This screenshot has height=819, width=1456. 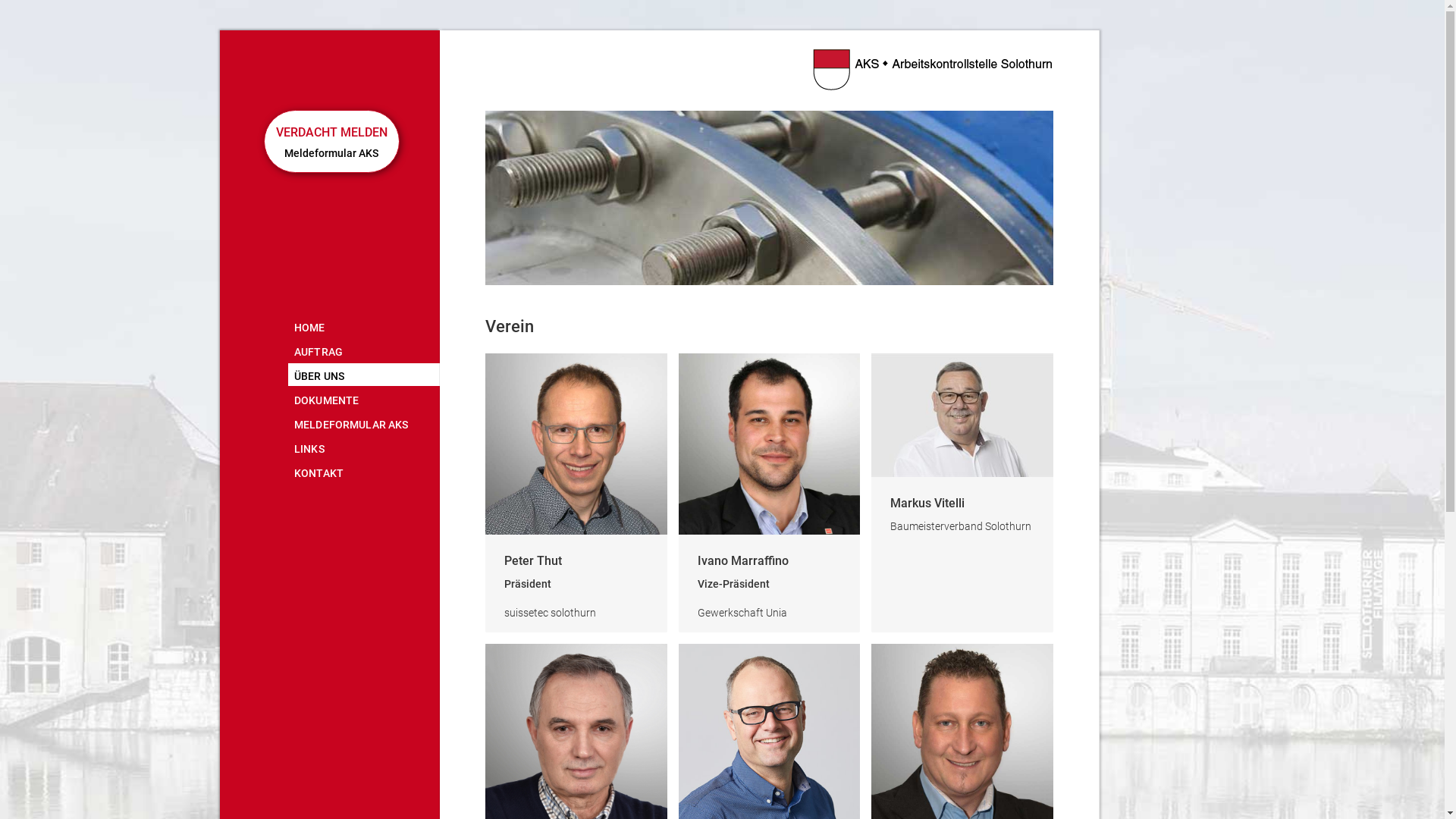 I want to click on 'KONTAKT', so click(x=364, y=470).